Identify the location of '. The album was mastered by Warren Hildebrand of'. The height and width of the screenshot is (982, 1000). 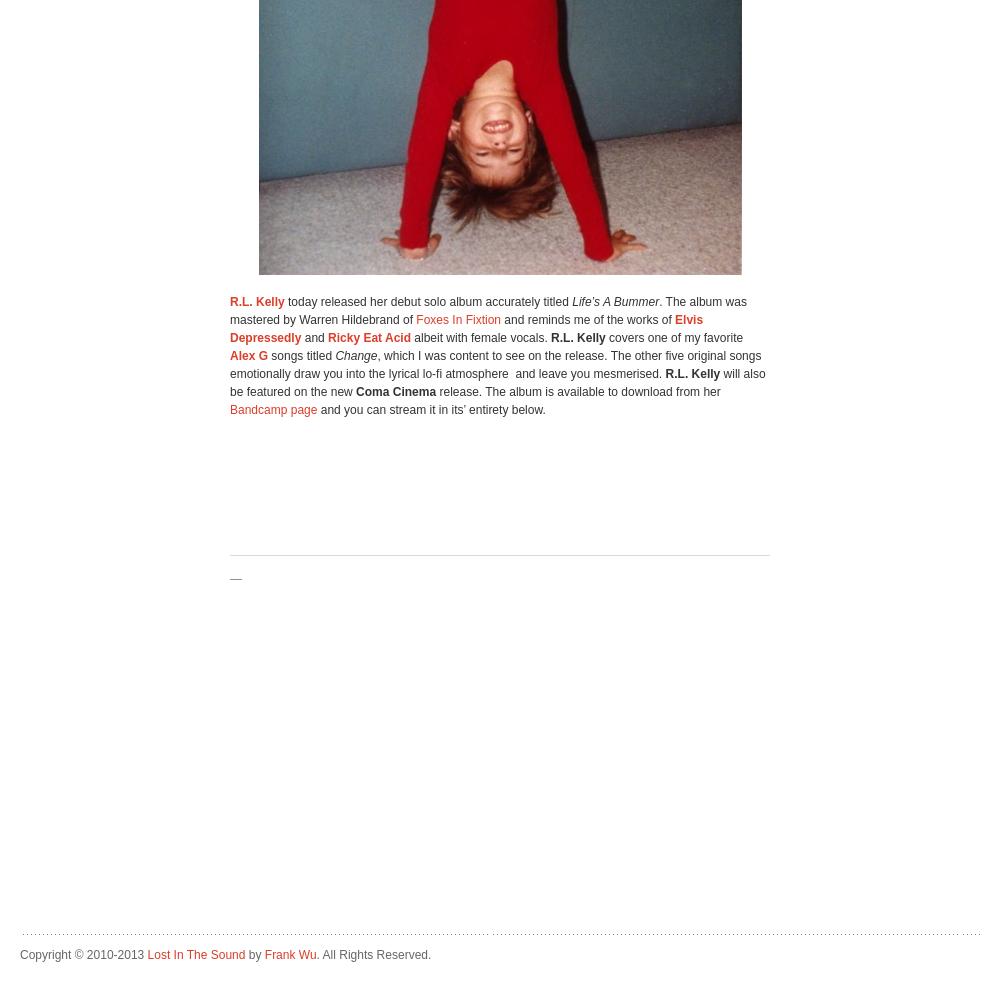
(229, 310).